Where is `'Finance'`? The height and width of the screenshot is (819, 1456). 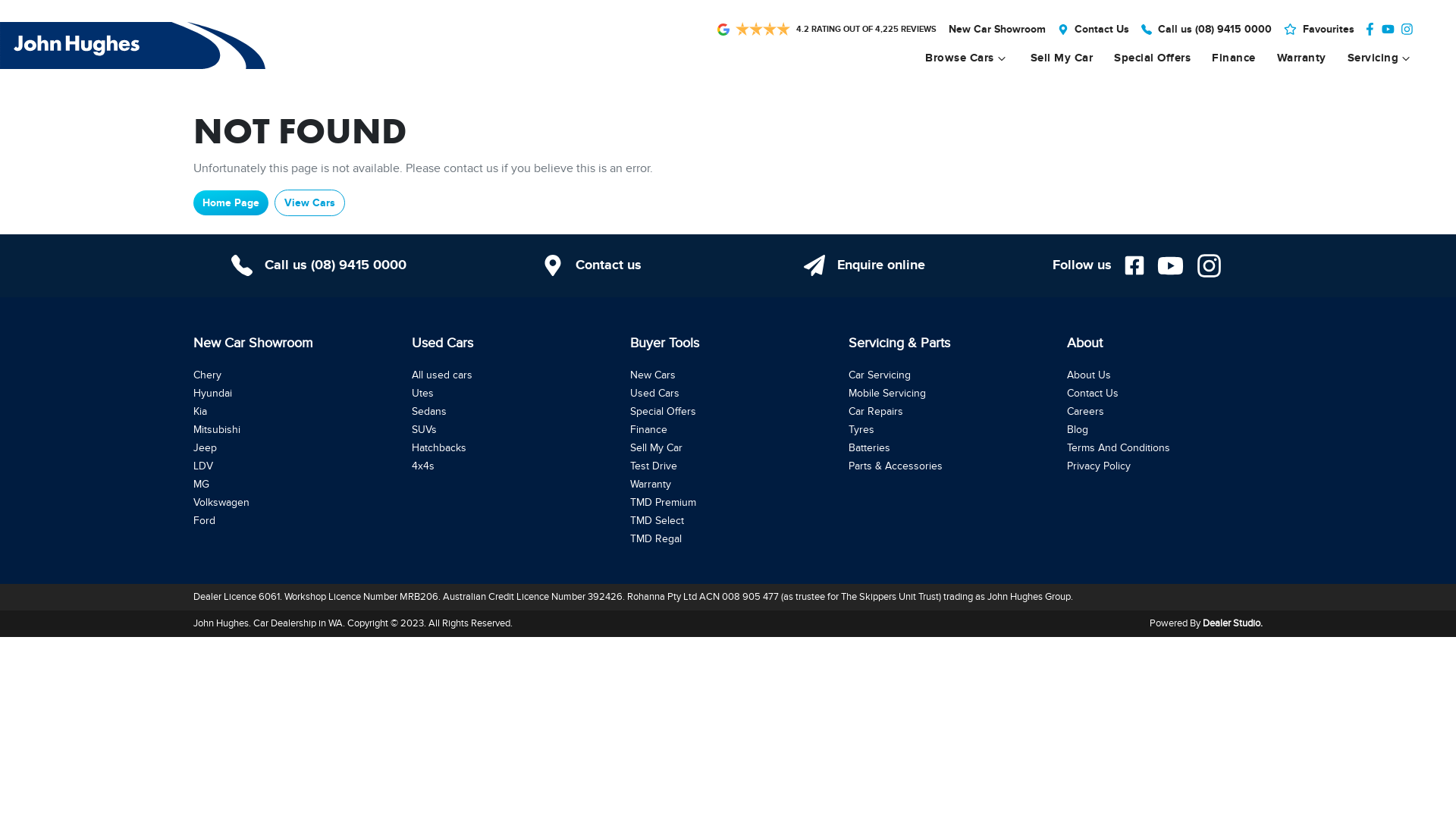
'Finance' is located at coordinates (1234, 57).